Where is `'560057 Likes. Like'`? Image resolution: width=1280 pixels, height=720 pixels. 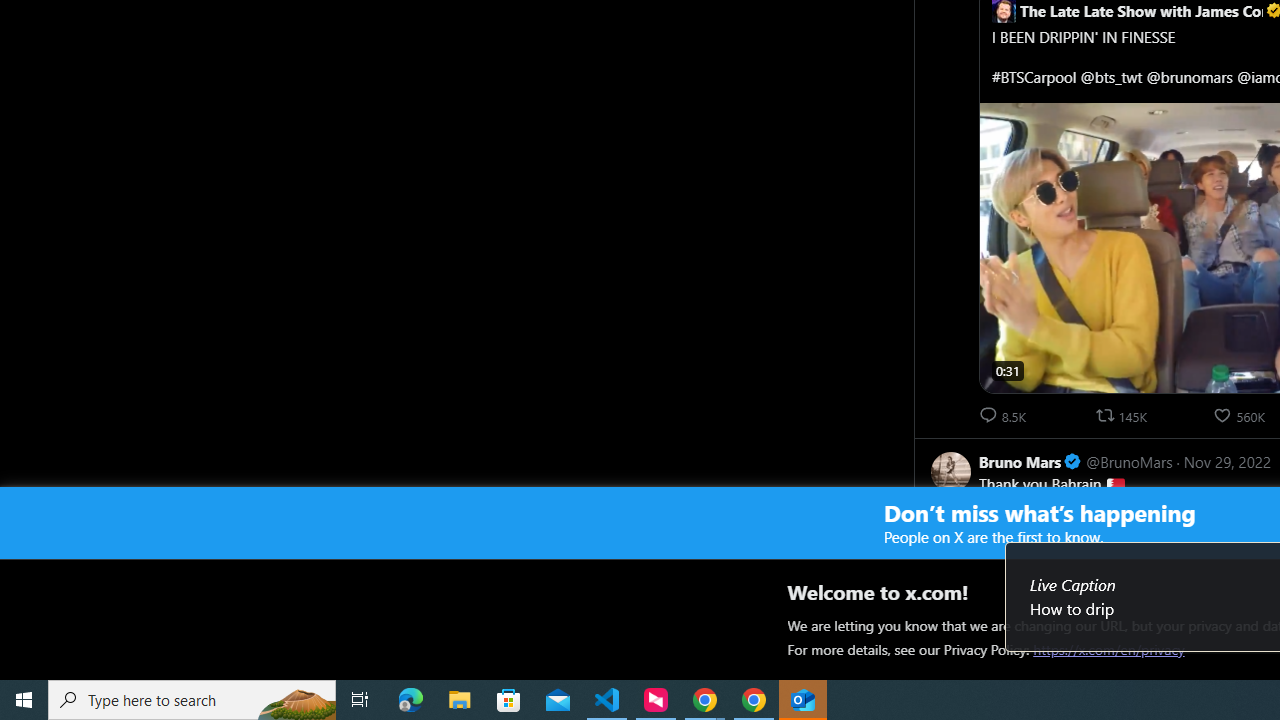 '560057 Likes. Like' is located at coordinates (1239, 414).